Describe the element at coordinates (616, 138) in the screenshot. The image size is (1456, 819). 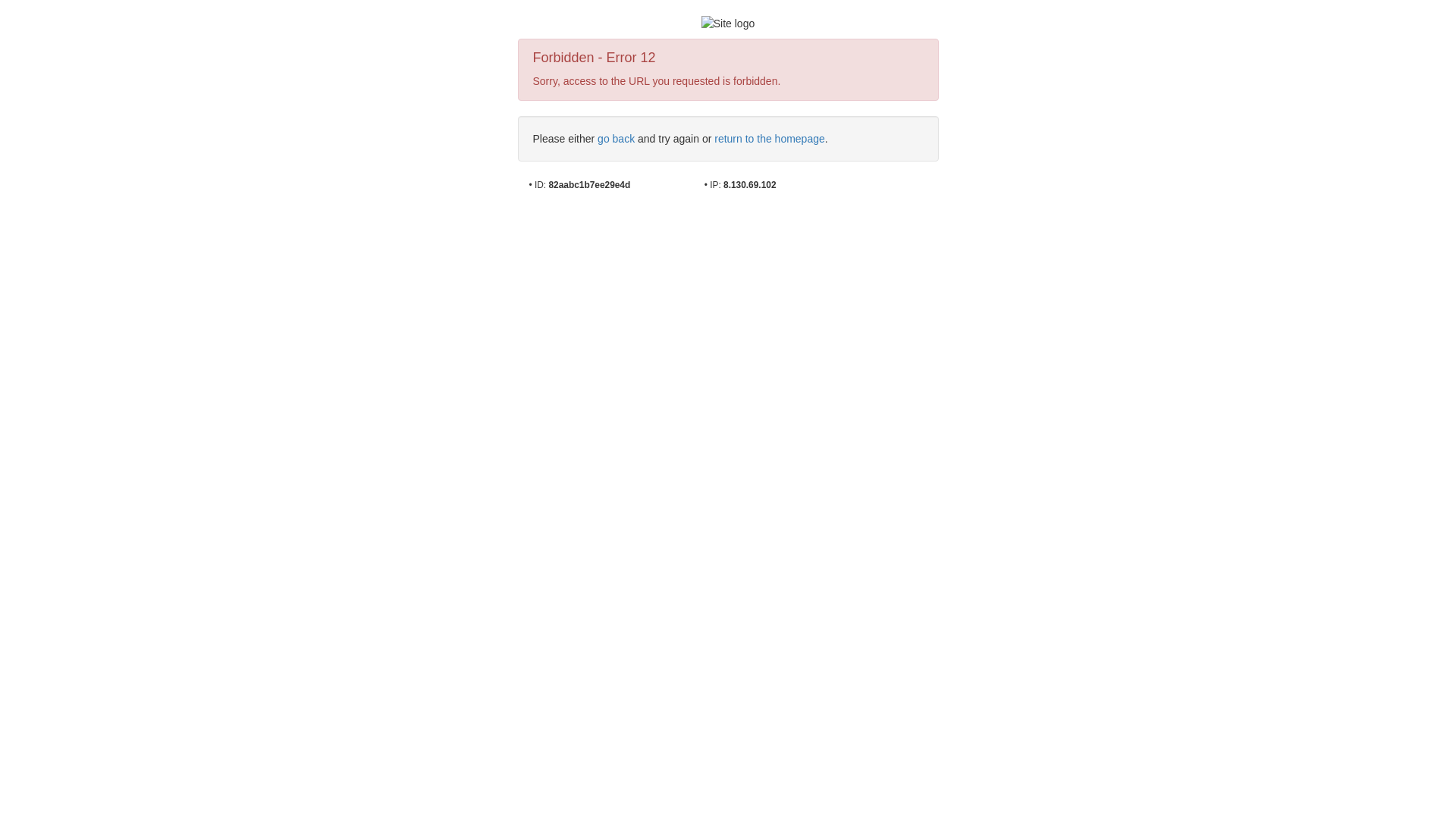
I see `'go back'` at that location.